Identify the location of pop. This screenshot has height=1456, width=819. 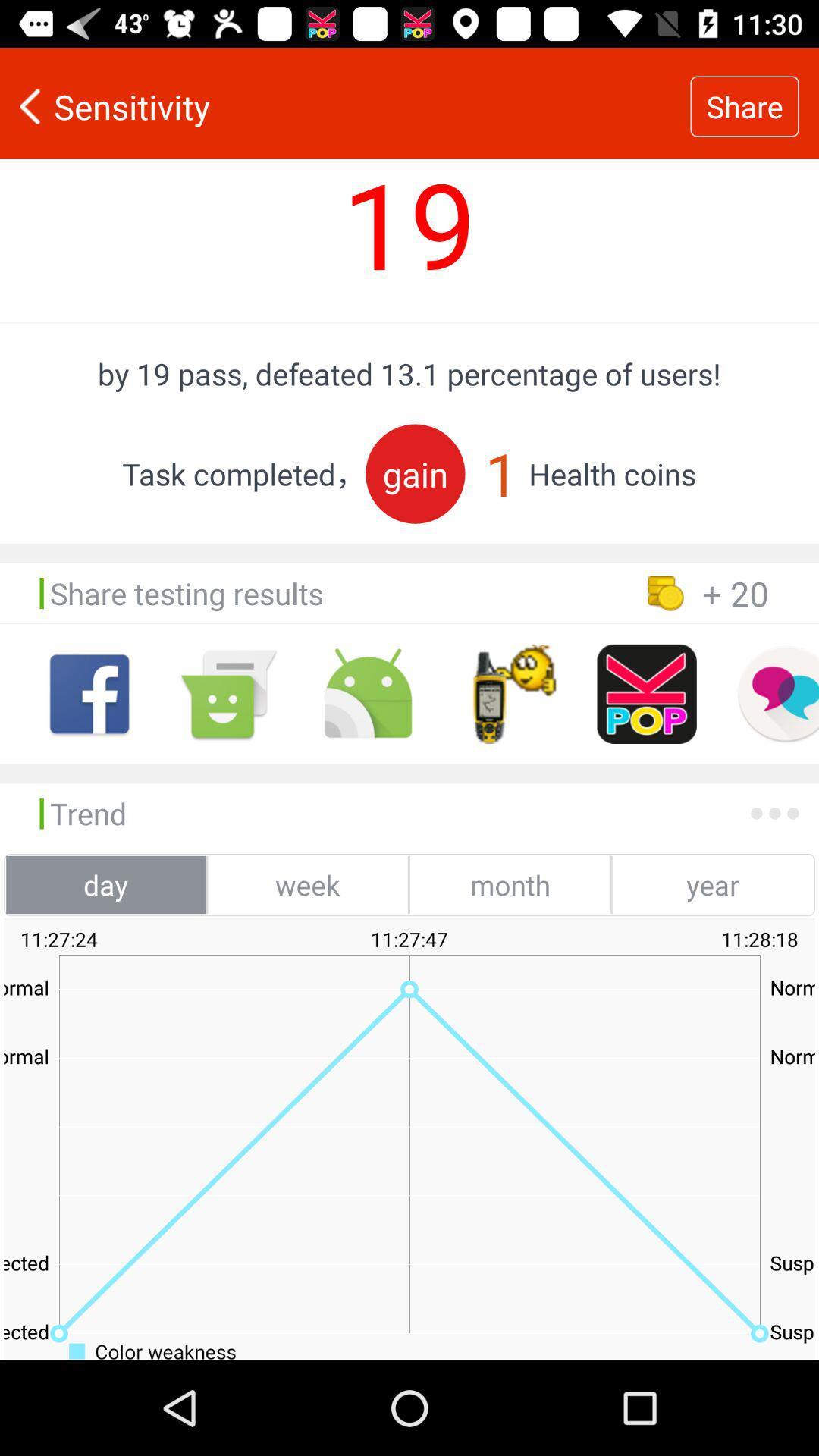
(647, 693).